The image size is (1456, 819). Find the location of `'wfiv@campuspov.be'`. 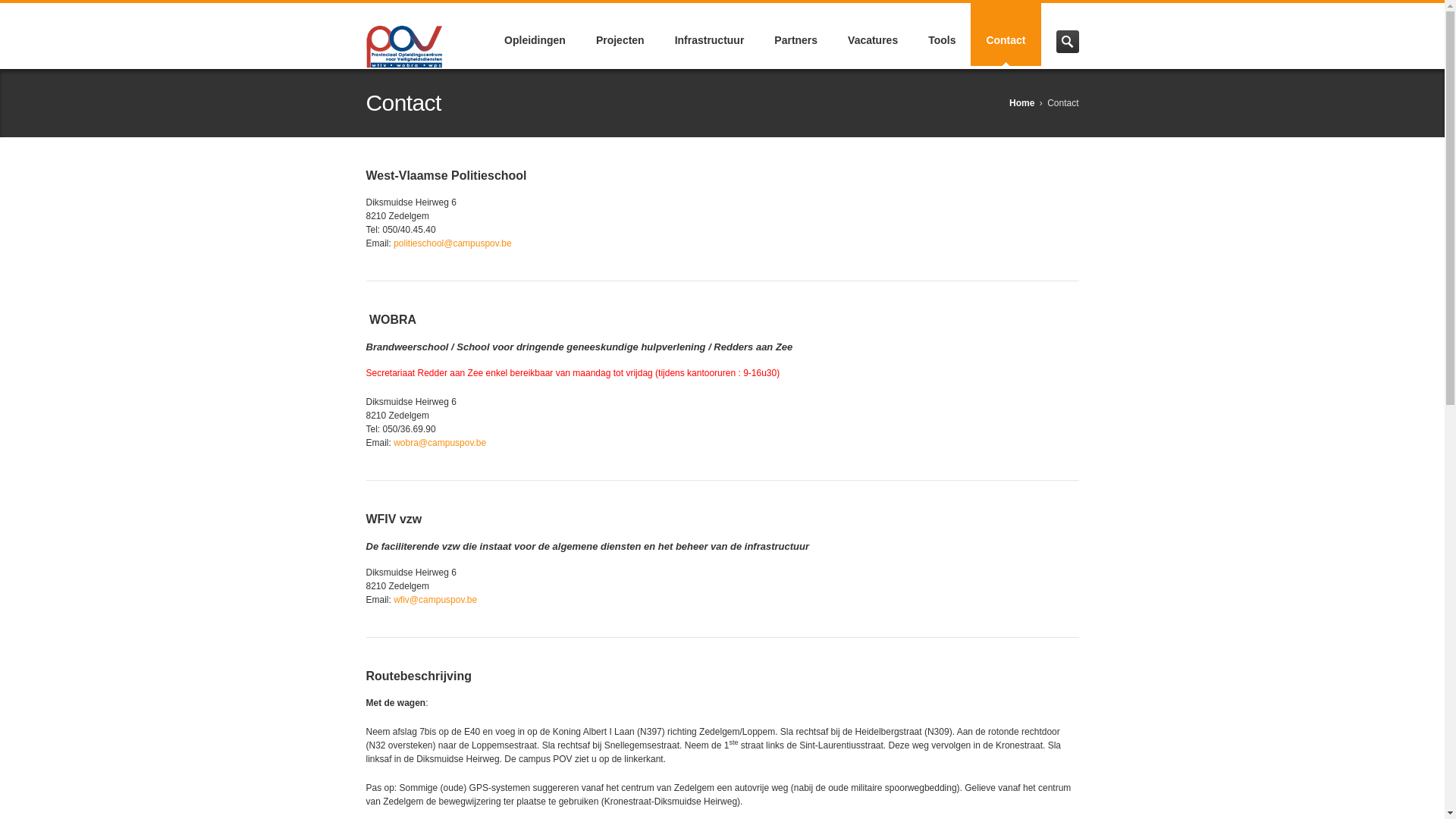

'wfiv@campuspov.be' is located at coordinates (435, 598).